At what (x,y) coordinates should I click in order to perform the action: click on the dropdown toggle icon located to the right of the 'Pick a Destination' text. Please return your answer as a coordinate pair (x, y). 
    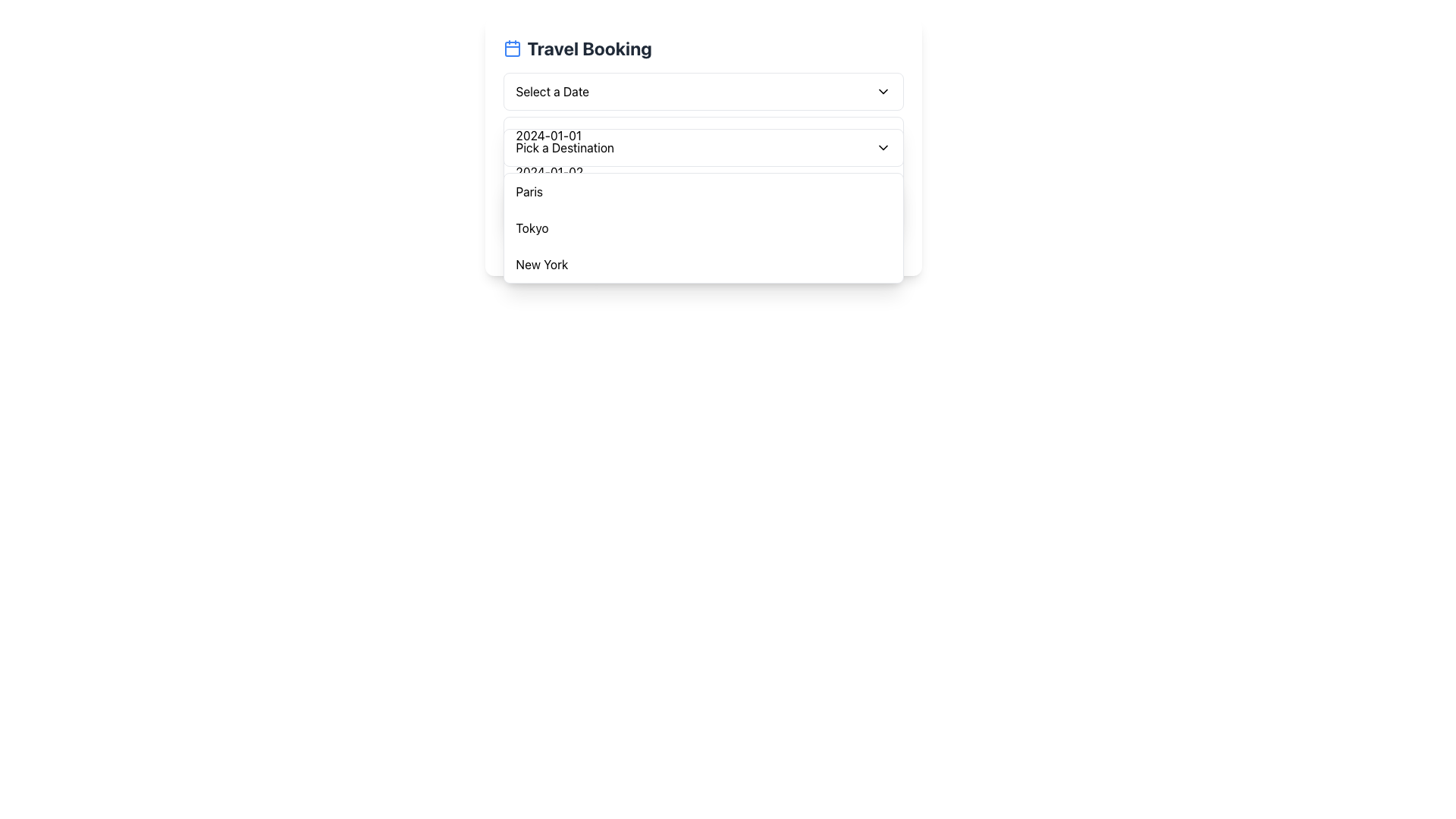
    Looking at the image, I should click on (883, 148).